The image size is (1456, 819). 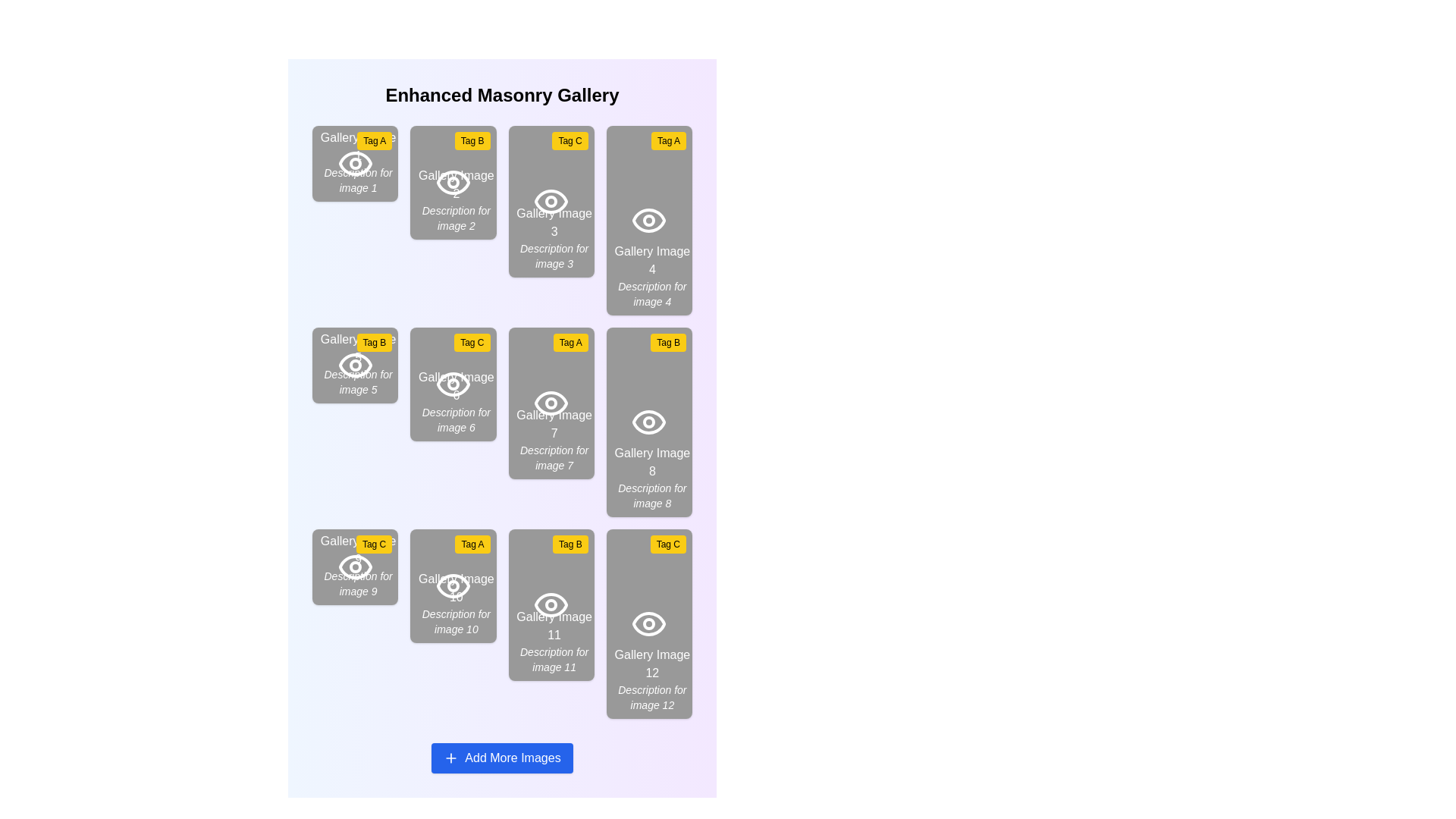 What do you see at coordinates (551, 604) in the screenshot?
I see `the eye icon in the center of the card labeled 'Gallery Image 11'` at bounding box center [551, 604].